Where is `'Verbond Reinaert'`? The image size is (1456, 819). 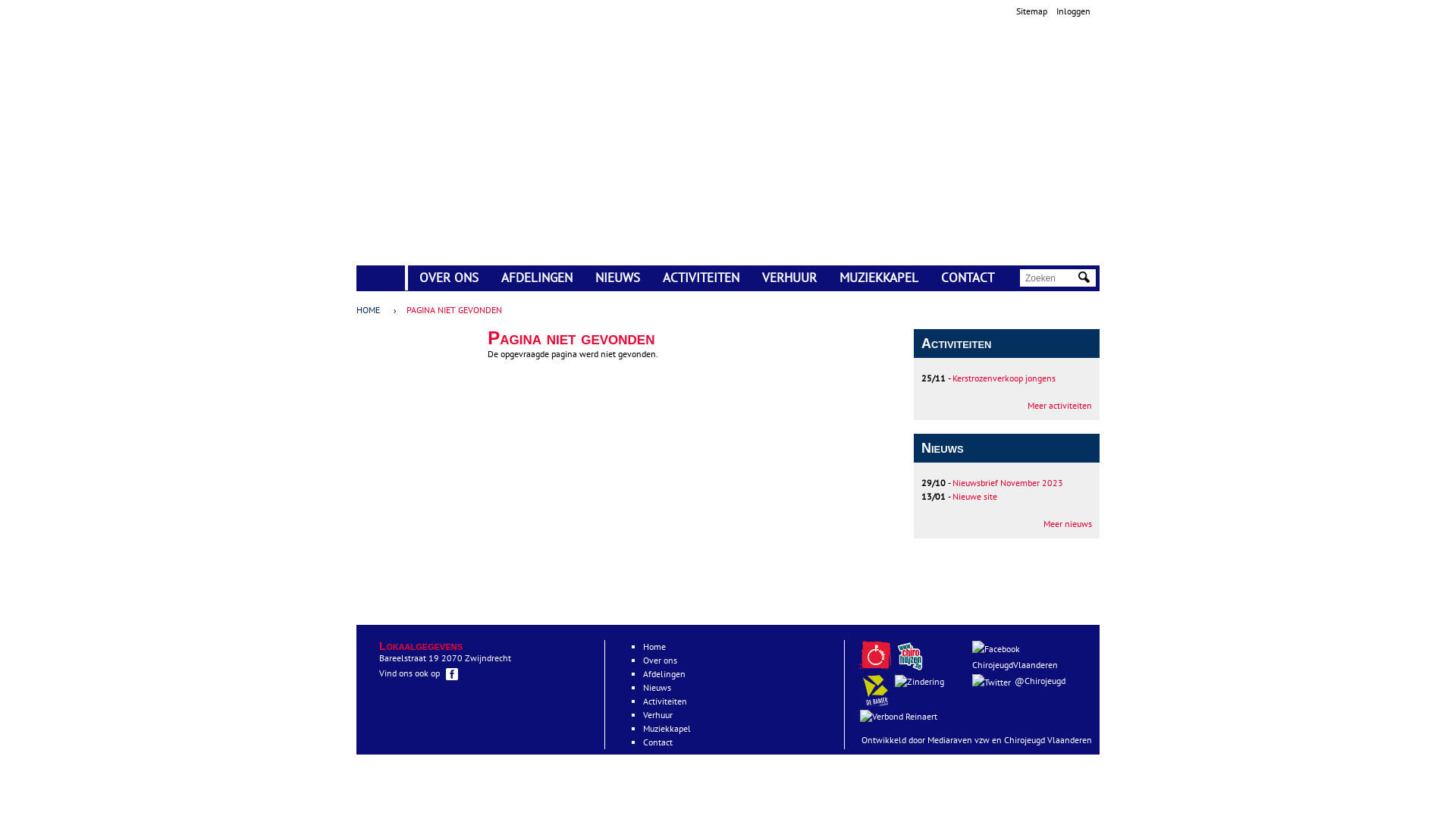 'Verbond Reinaert' is located at coordinates (899, 717).